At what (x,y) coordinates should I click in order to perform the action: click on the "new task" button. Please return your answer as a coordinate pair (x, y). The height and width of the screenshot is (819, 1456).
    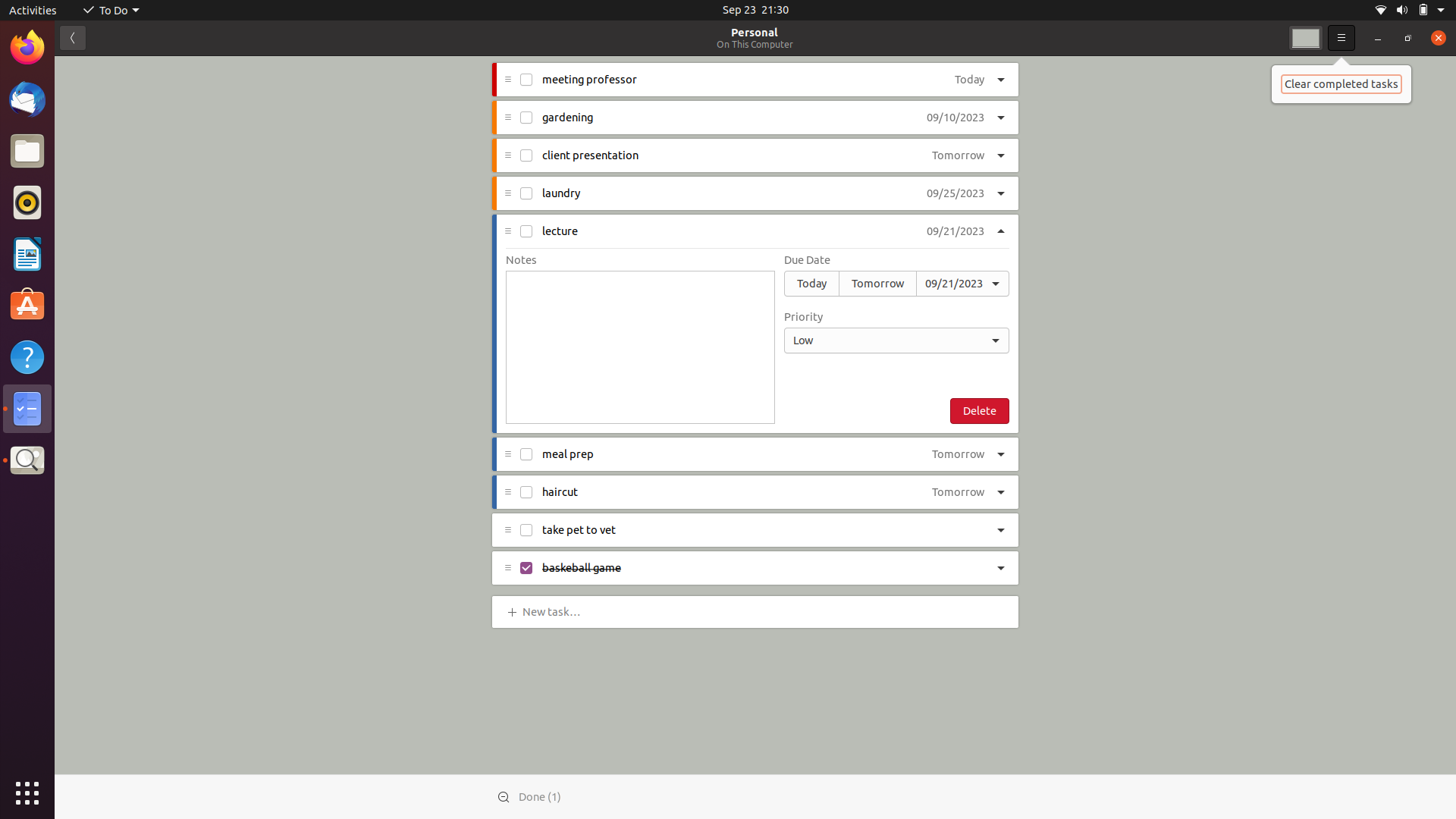
    Looking at the image, I should click on (554, 610).